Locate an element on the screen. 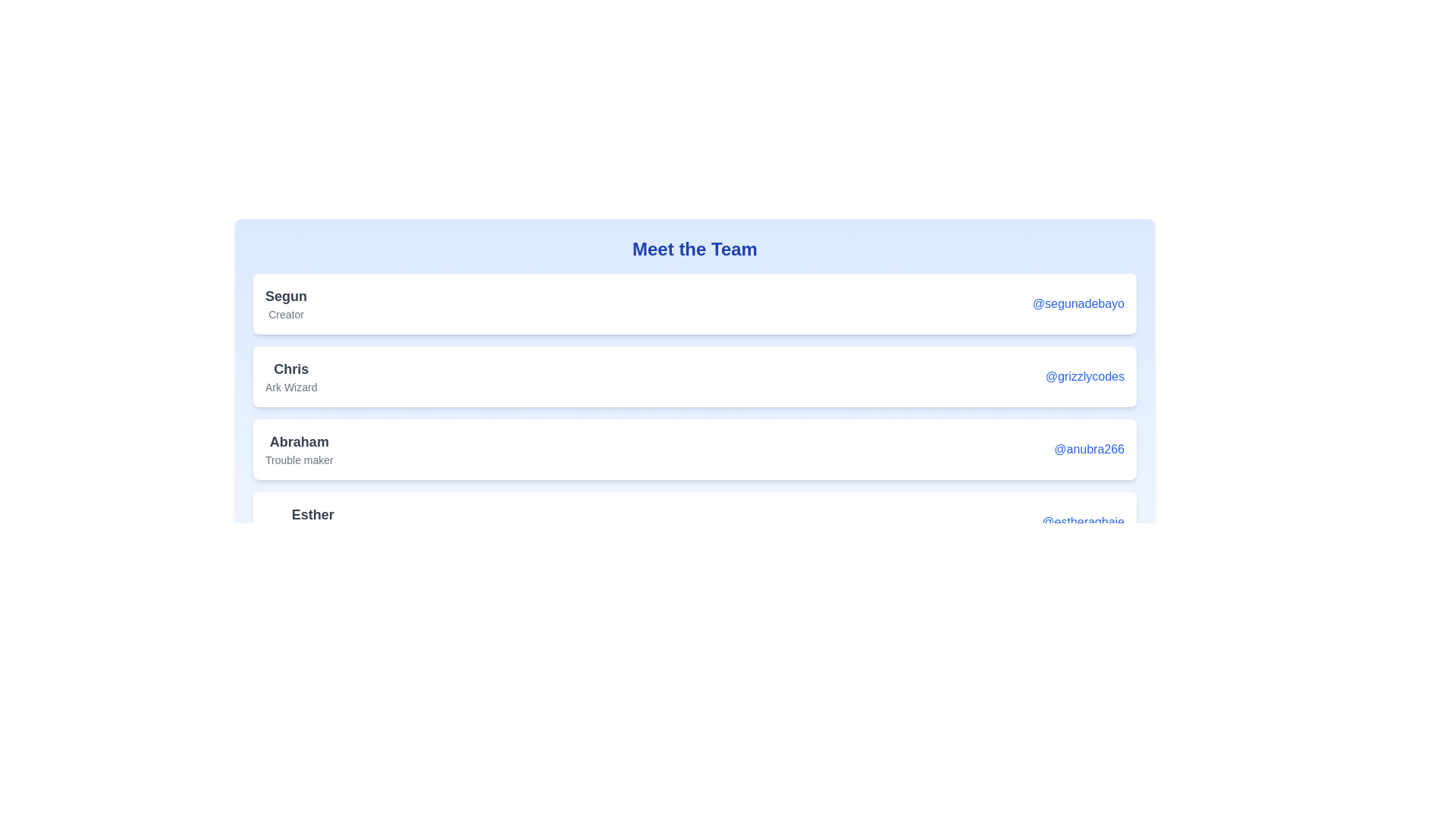 The image size is (1456, 819). name displayed in the Text Label at the top-left position of the team listing interface, which identifies an individual is located at coordinates (286, 296).